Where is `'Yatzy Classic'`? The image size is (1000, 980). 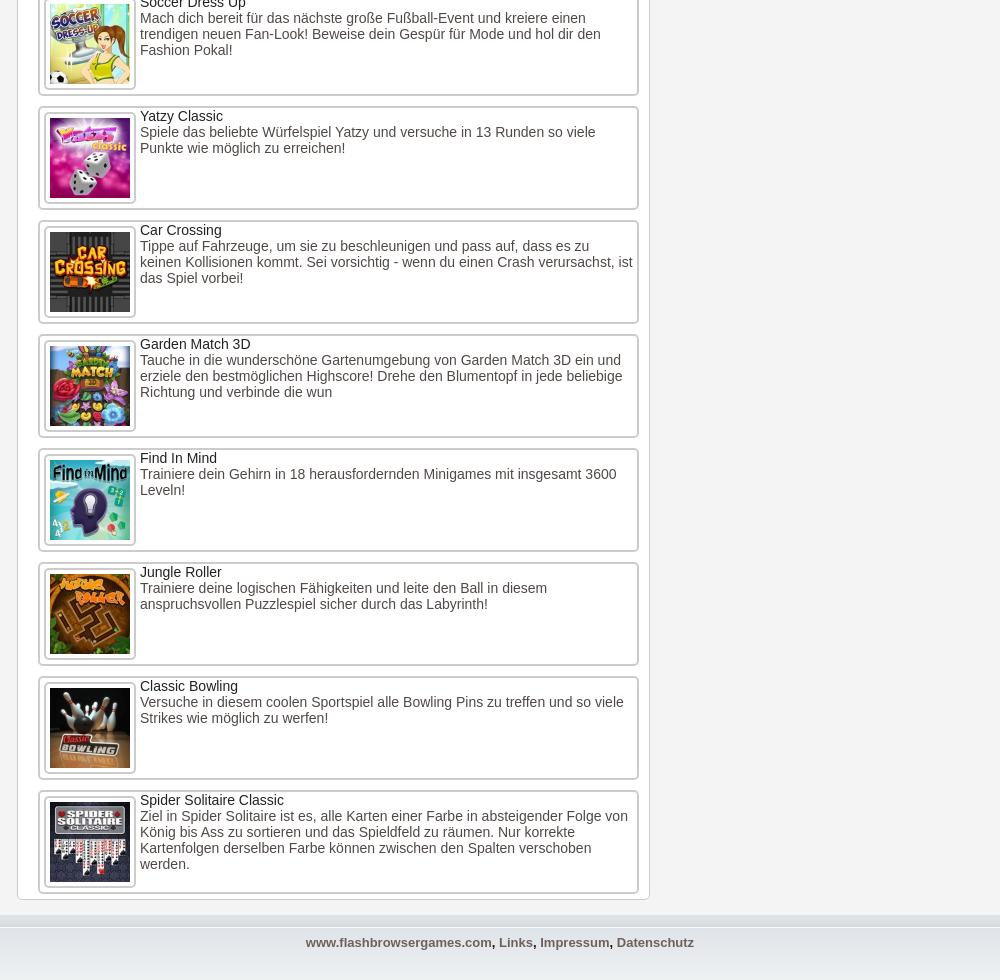
'Yatzy Classic' is located at coordinates (181, 116).